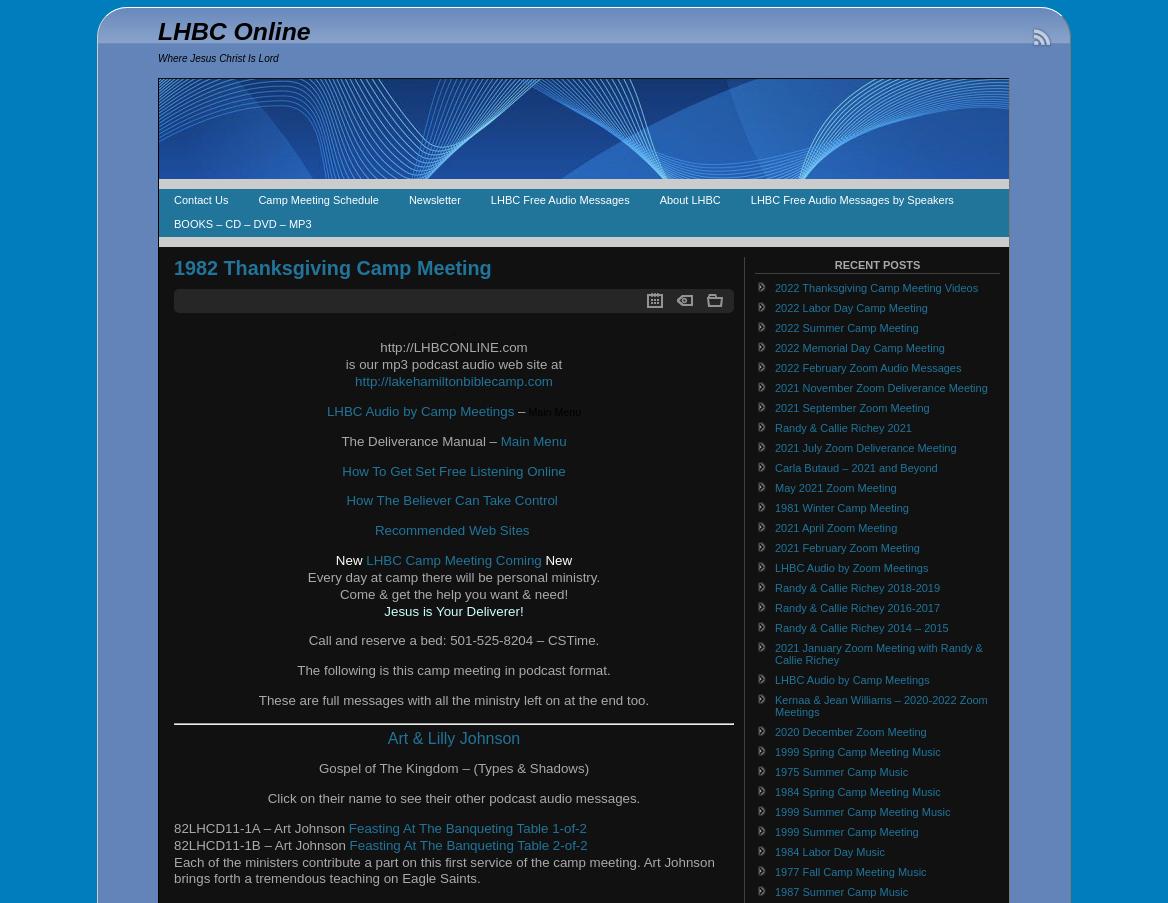 The width and height of the screenshot is (1168, 903). I want to click on '1999 Summer Camp Meeting', so click(774, 830).